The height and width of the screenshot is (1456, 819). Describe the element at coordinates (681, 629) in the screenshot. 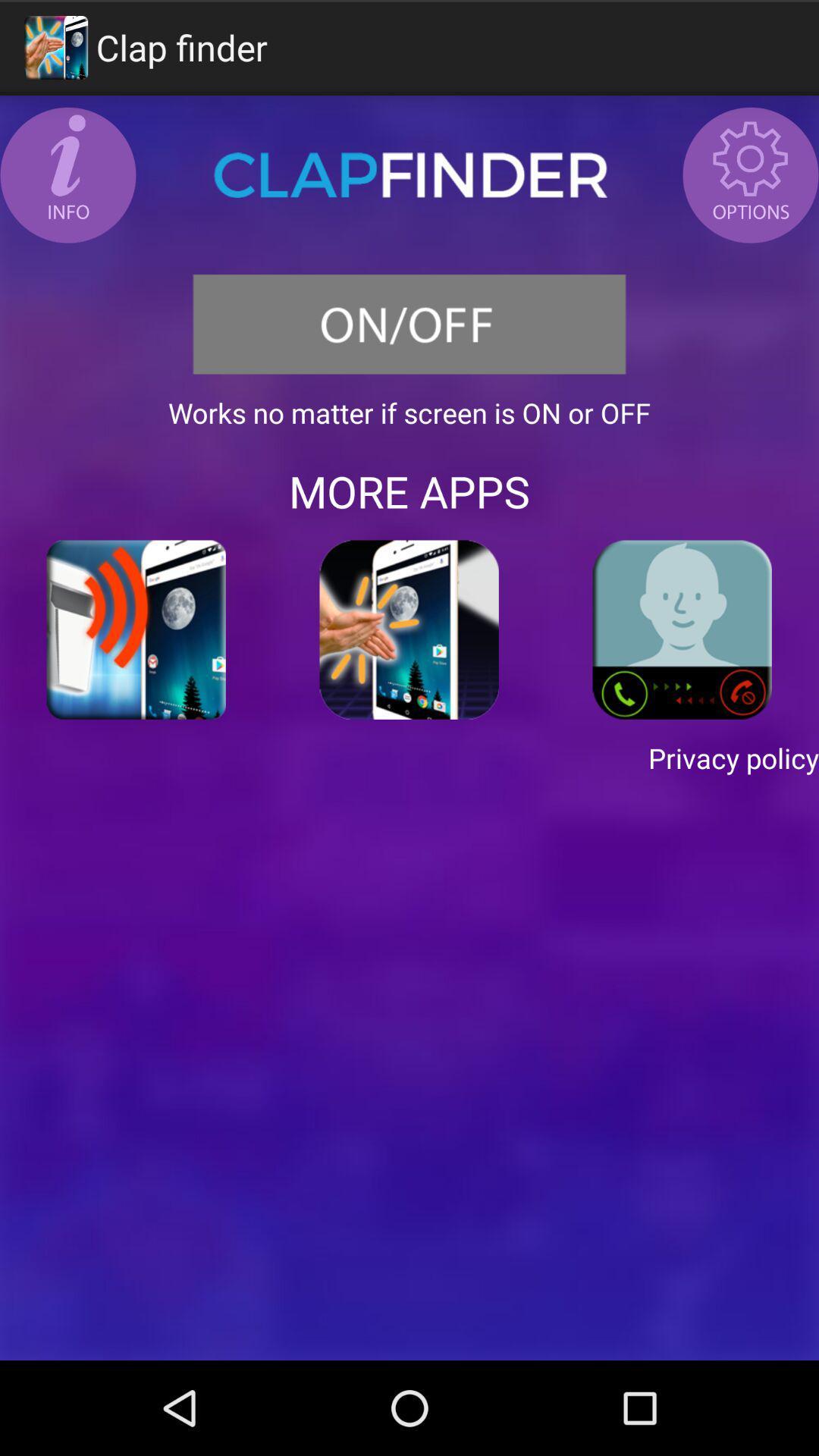

I see `use phone` at that location.